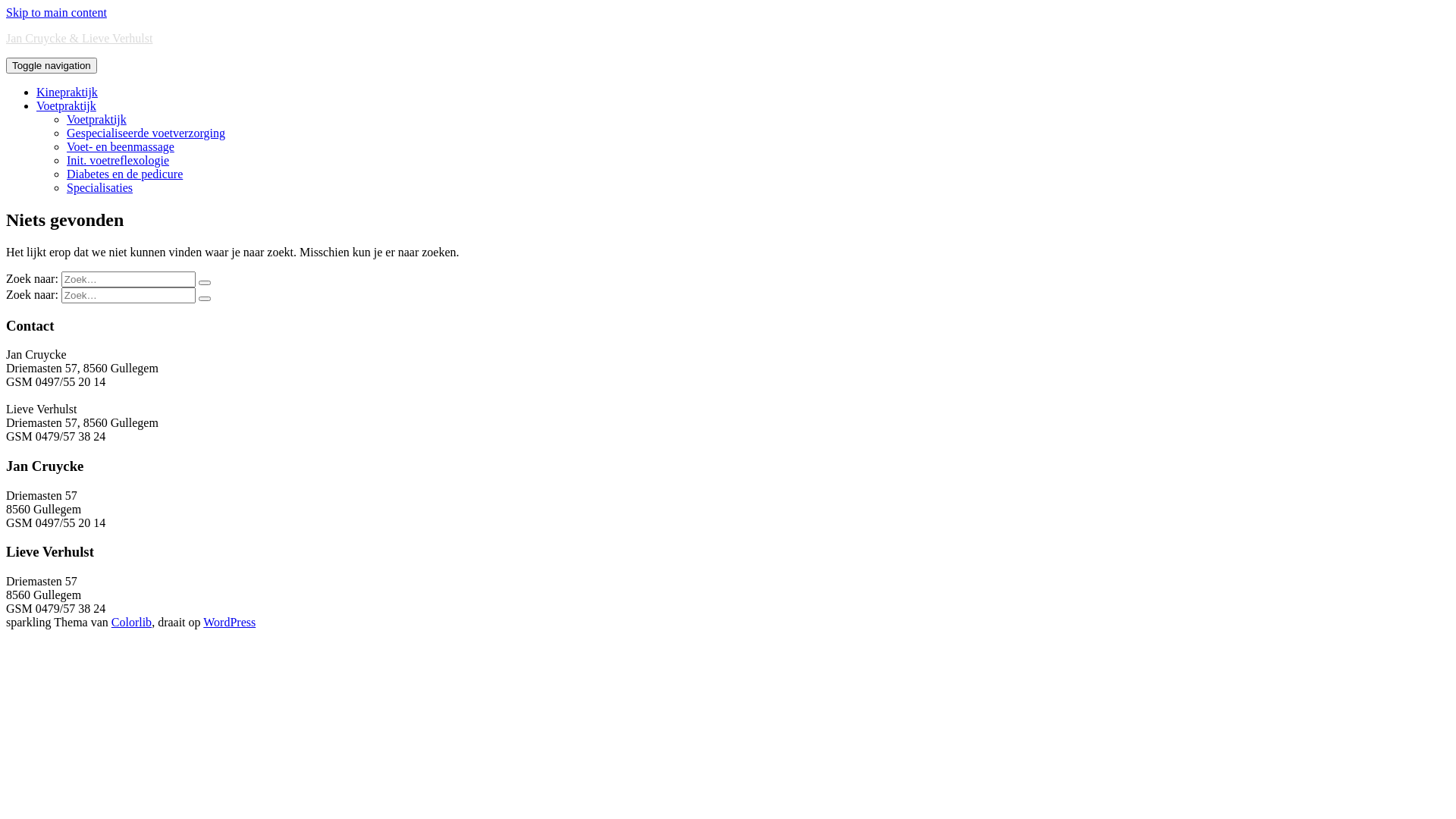 The width and height of the screenshot is (1456, 819). I want to click on 'Diabetes en de pedicure', so click(124, 173).